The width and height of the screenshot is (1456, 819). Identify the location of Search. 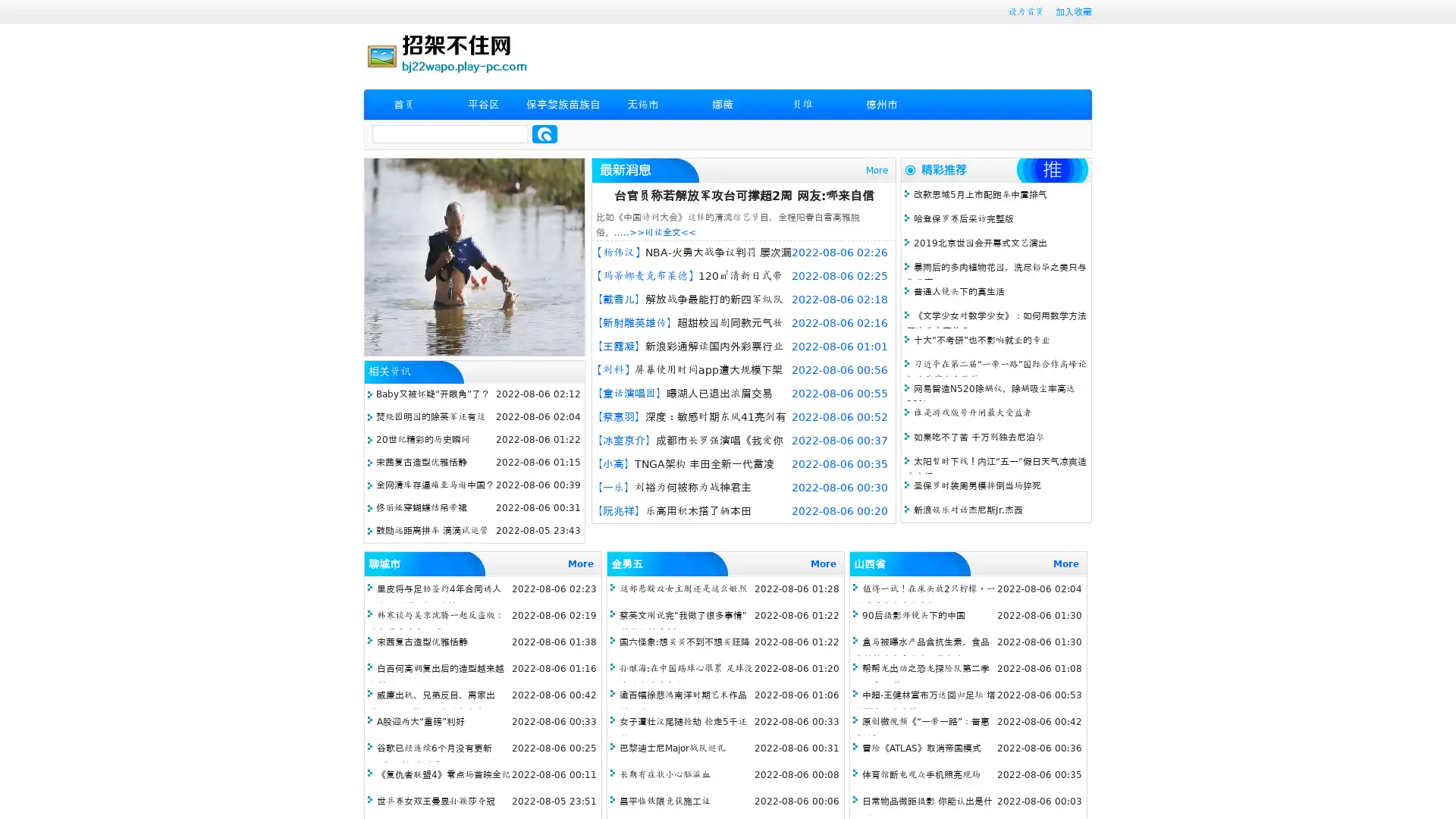
(544, 133).